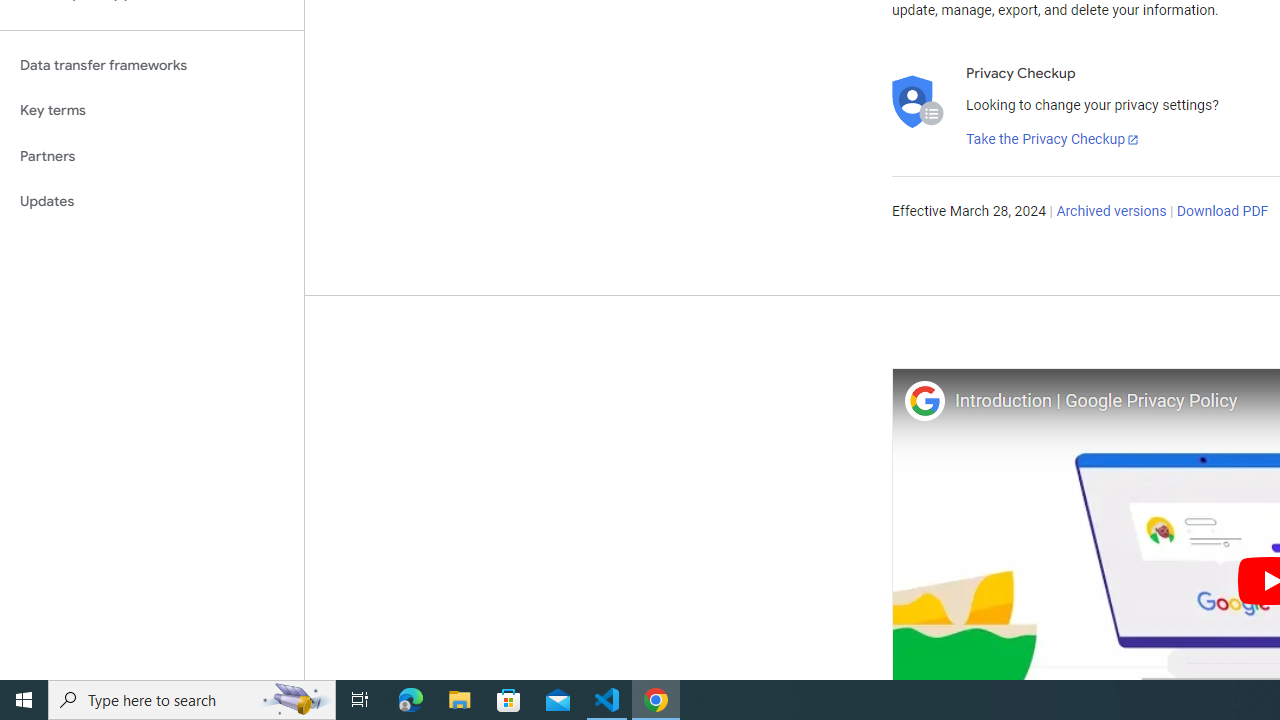  Describe the element at coordinates (151, 110) in the screenshot. I see `'Key terms'` at that location.